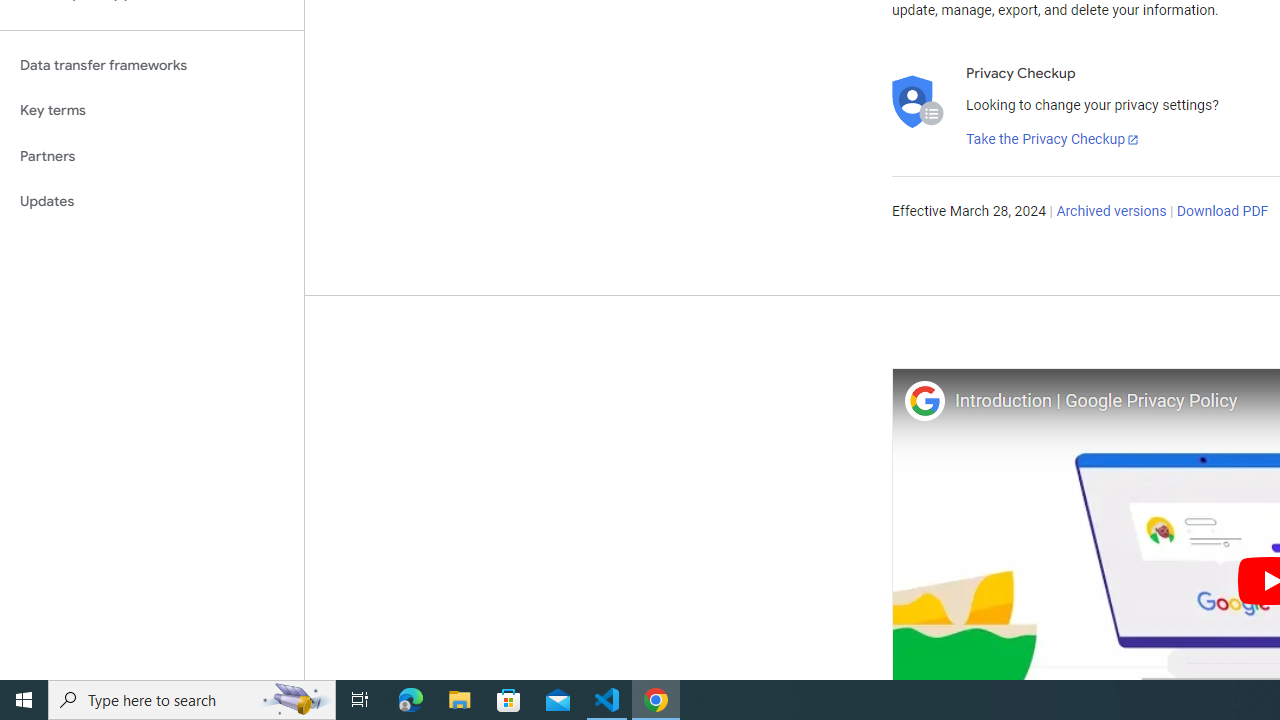  Describe the element at coordinates (151, 110) in the screenshot. I see `'Key terms'` at that location.